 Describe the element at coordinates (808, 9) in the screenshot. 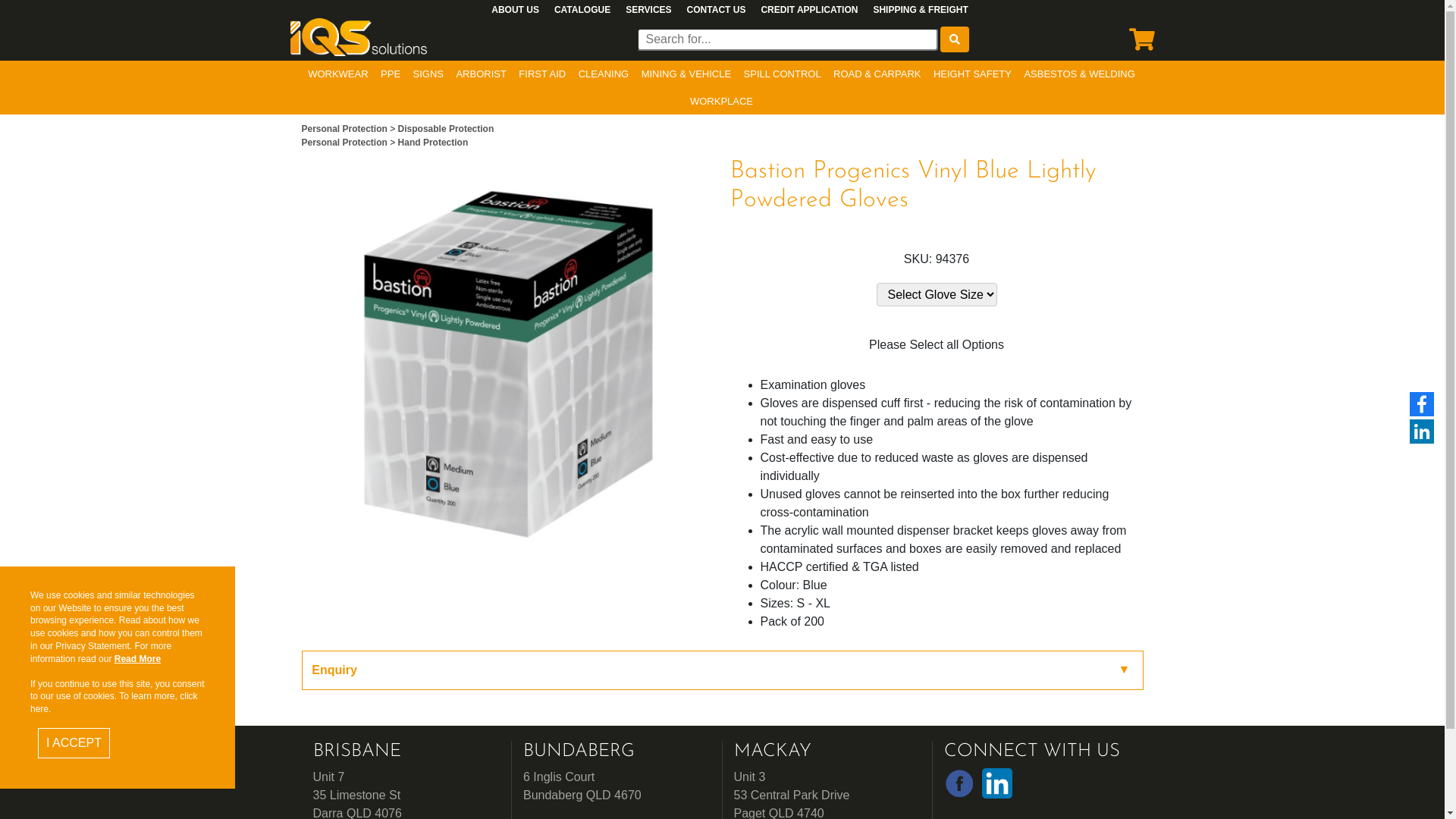

I see `'CREDIT APPLICATION'` at that location.